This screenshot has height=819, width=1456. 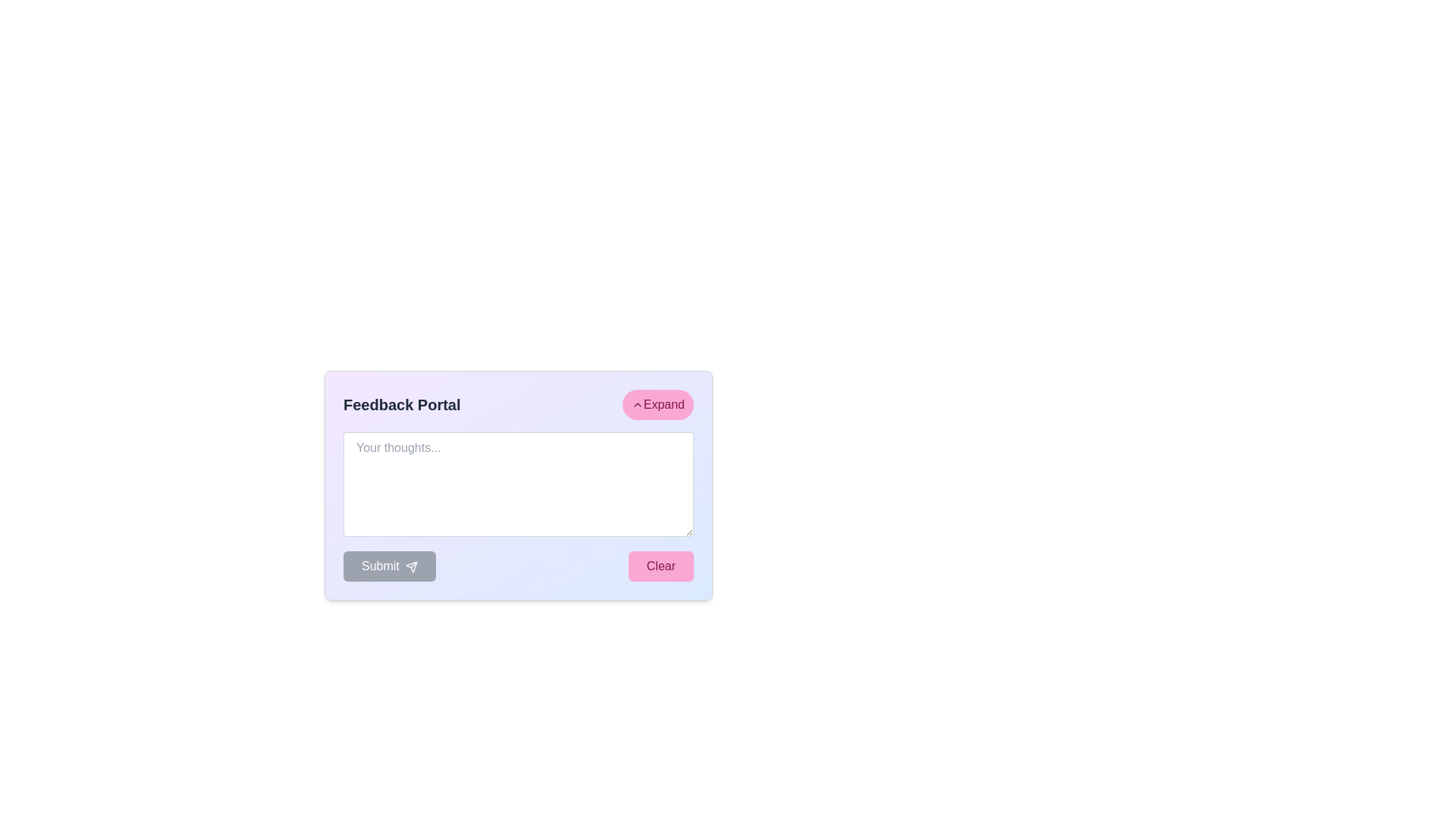 I want to click on the small upward-pointing chevron icon located on the right-hand side of the pink 'Expand' button, so click(x=637, y=403).